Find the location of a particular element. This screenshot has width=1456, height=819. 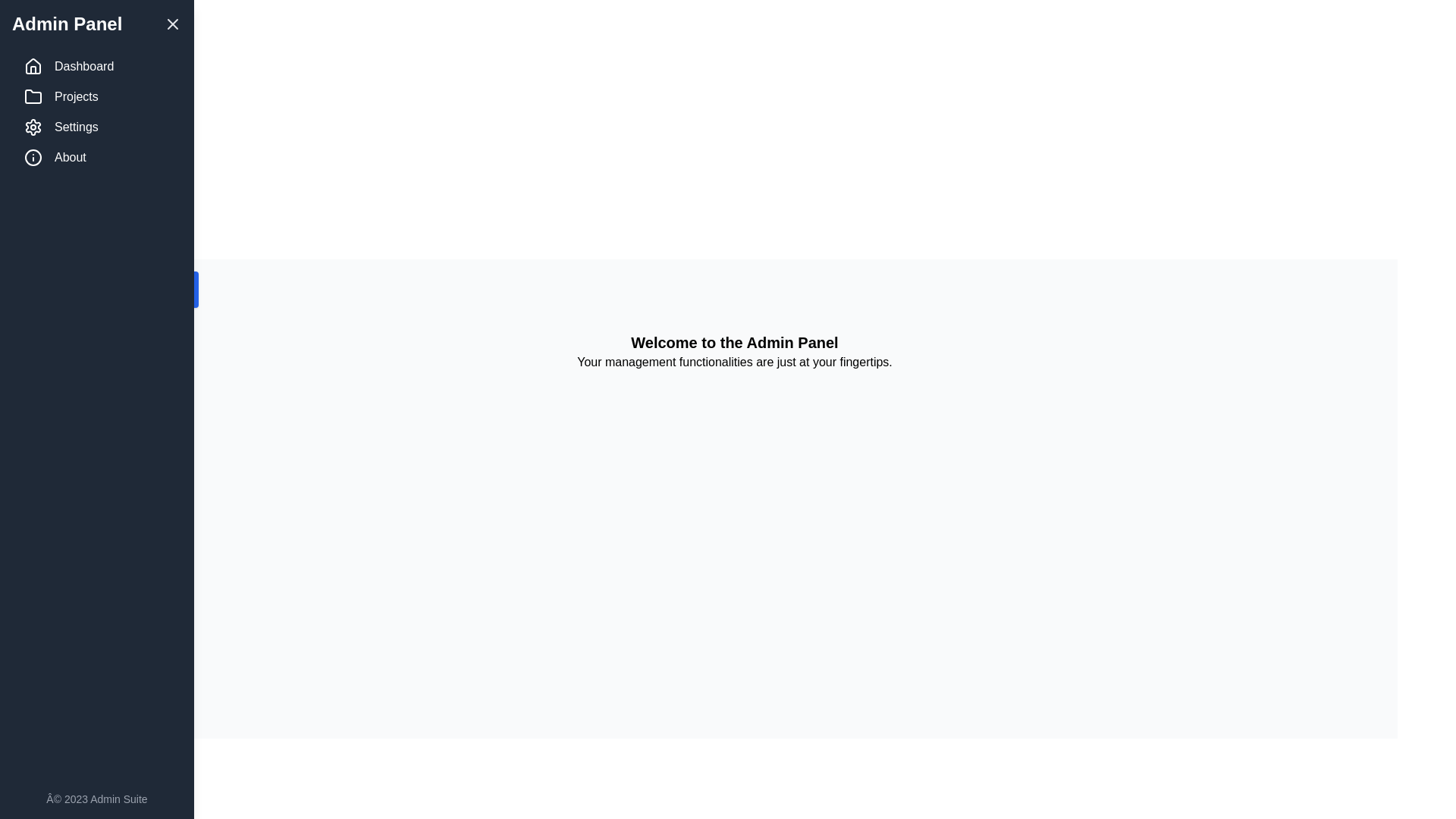

the folder-shaped icon with rounded corners and a tab-like extension located in the navigation menu is located at coordinates (33, 96).